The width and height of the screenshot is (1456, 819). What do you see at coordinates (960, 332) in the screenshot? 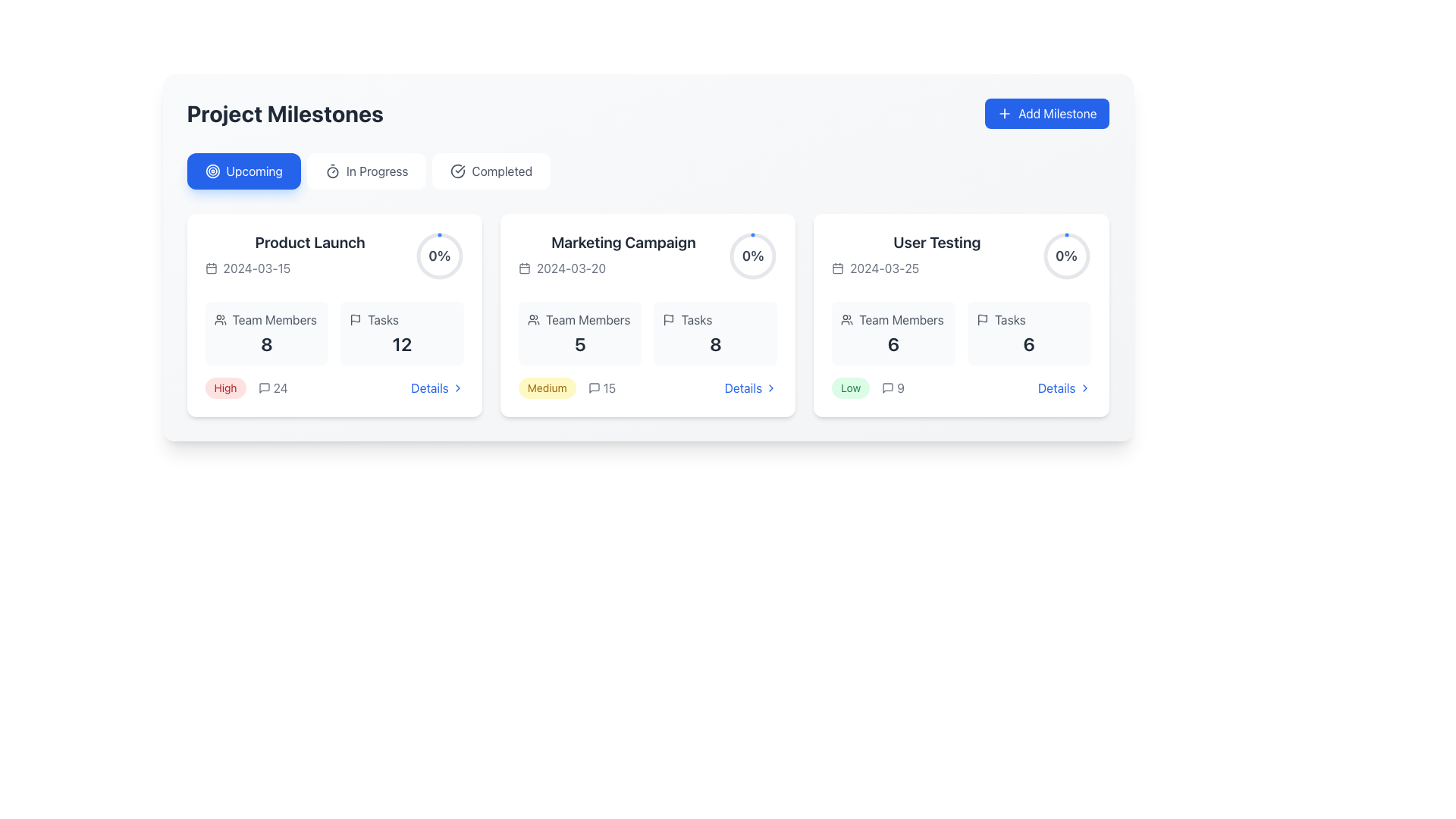
I see `the Information display grid located within the 'User Testing' card, which features two columns with headings 'Team Members' and 'Tasks', each showing the number '6'` at bounding box center [960, 332].